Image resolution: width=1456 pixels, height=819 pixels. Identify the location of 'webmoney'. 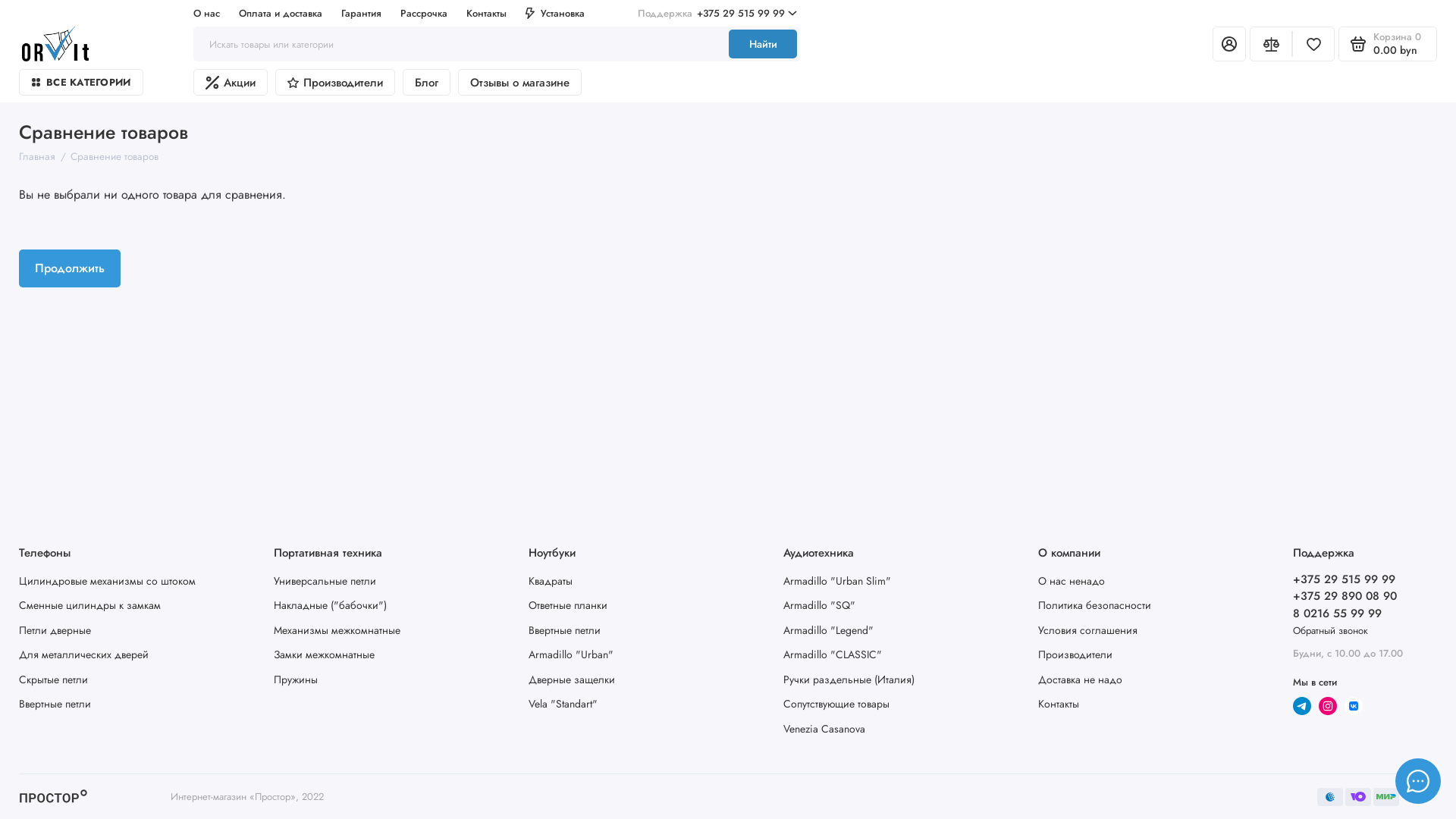
(1386, 795).